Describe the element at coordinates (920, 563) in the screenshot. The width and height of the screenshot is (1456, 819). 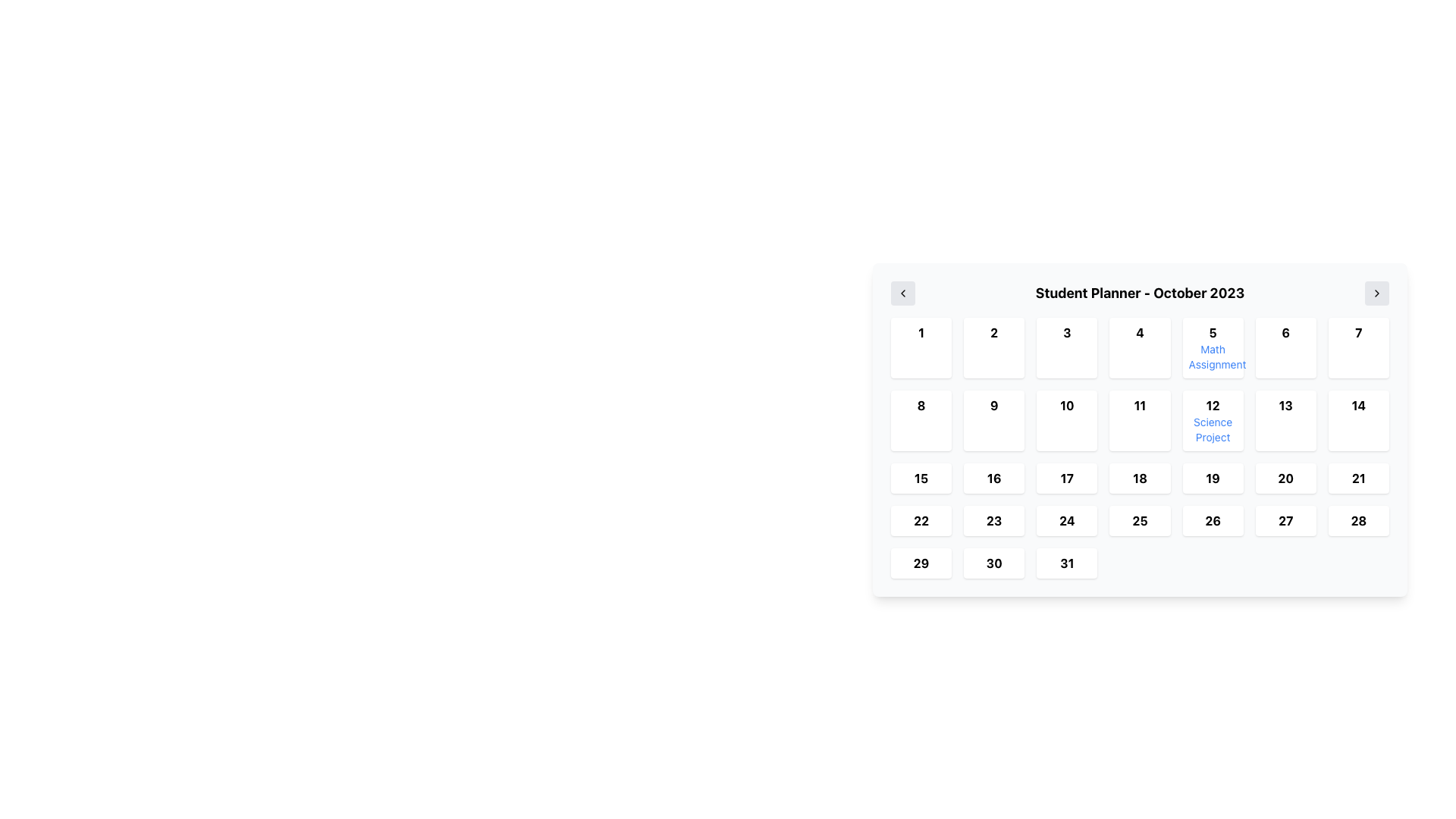
I see `the calendar day cell representing the 29th day` at that location.